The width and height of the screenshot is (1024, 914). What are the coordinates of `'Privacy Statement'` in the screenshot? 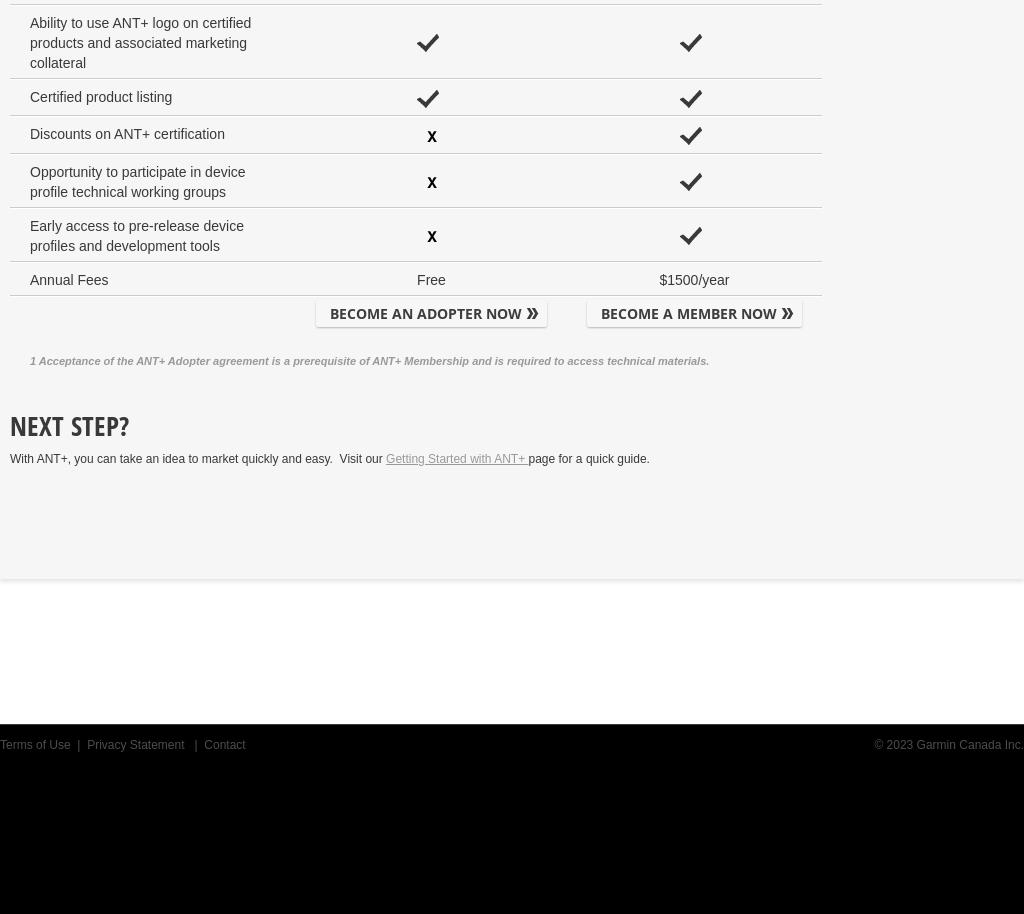 It's located at (136, 745).